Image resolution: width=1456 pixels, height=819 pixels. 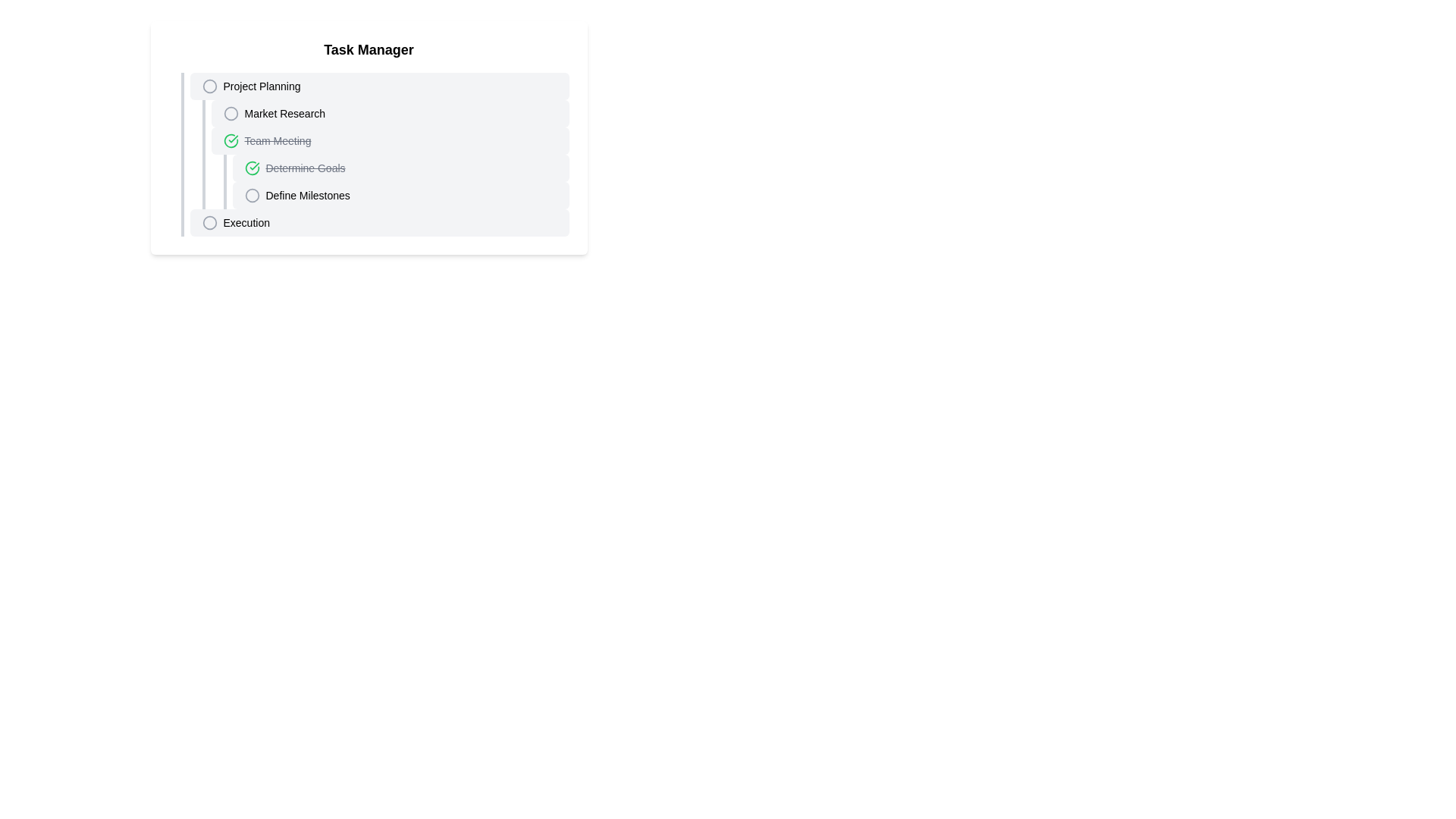 What do you see at coordinates (379, 222) in the screenshot?
I see `the fifth list item titled 'Execution' in the 'Task Manager' section by moving the cursor to its center point` at bounding box center [379, 222].